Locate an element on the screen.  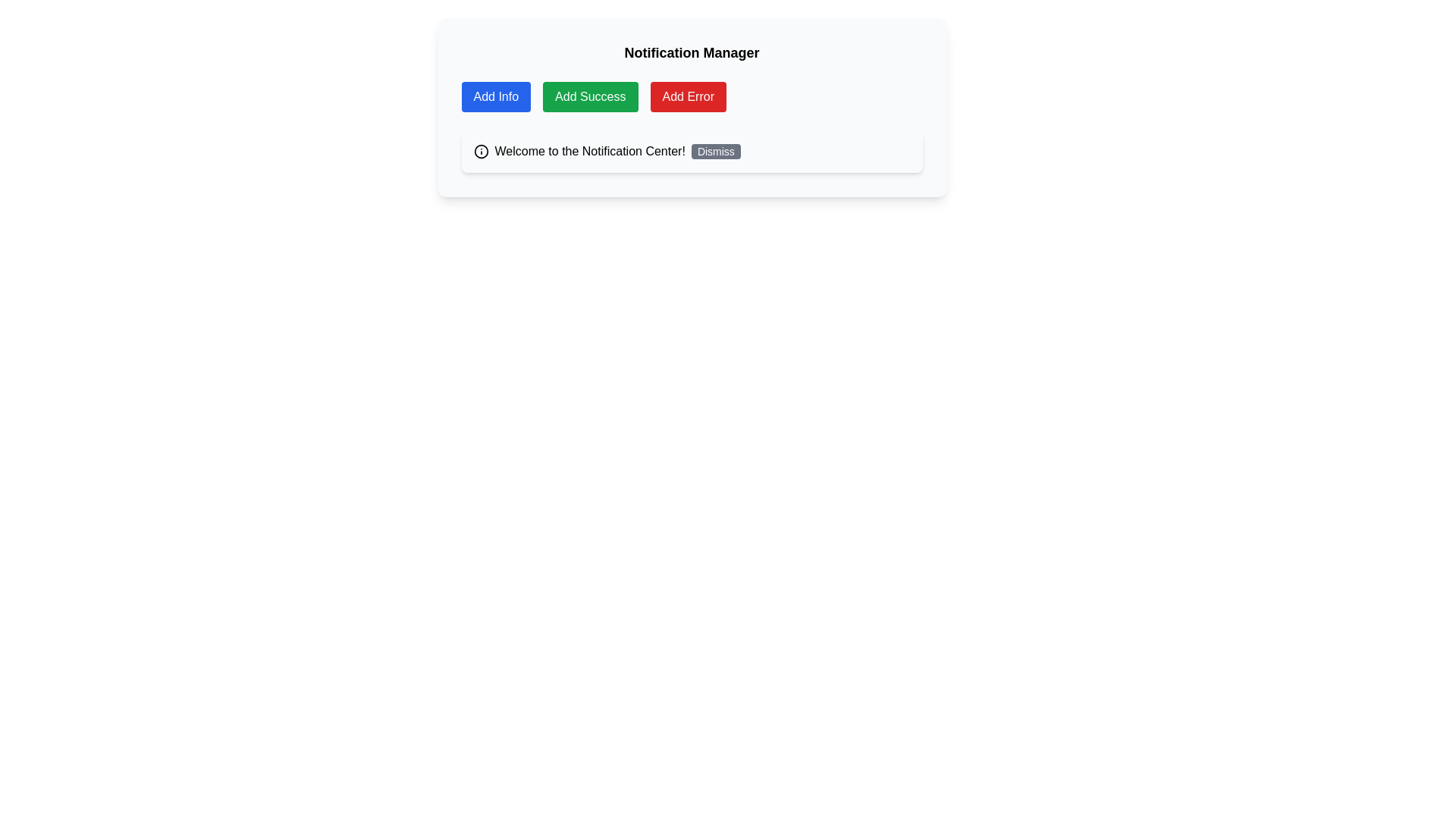
the success message button located between the blue 'Add Info' button and the red 'Add Error' button under the 'Notification Manager' title is located at coordinates (589, 96).